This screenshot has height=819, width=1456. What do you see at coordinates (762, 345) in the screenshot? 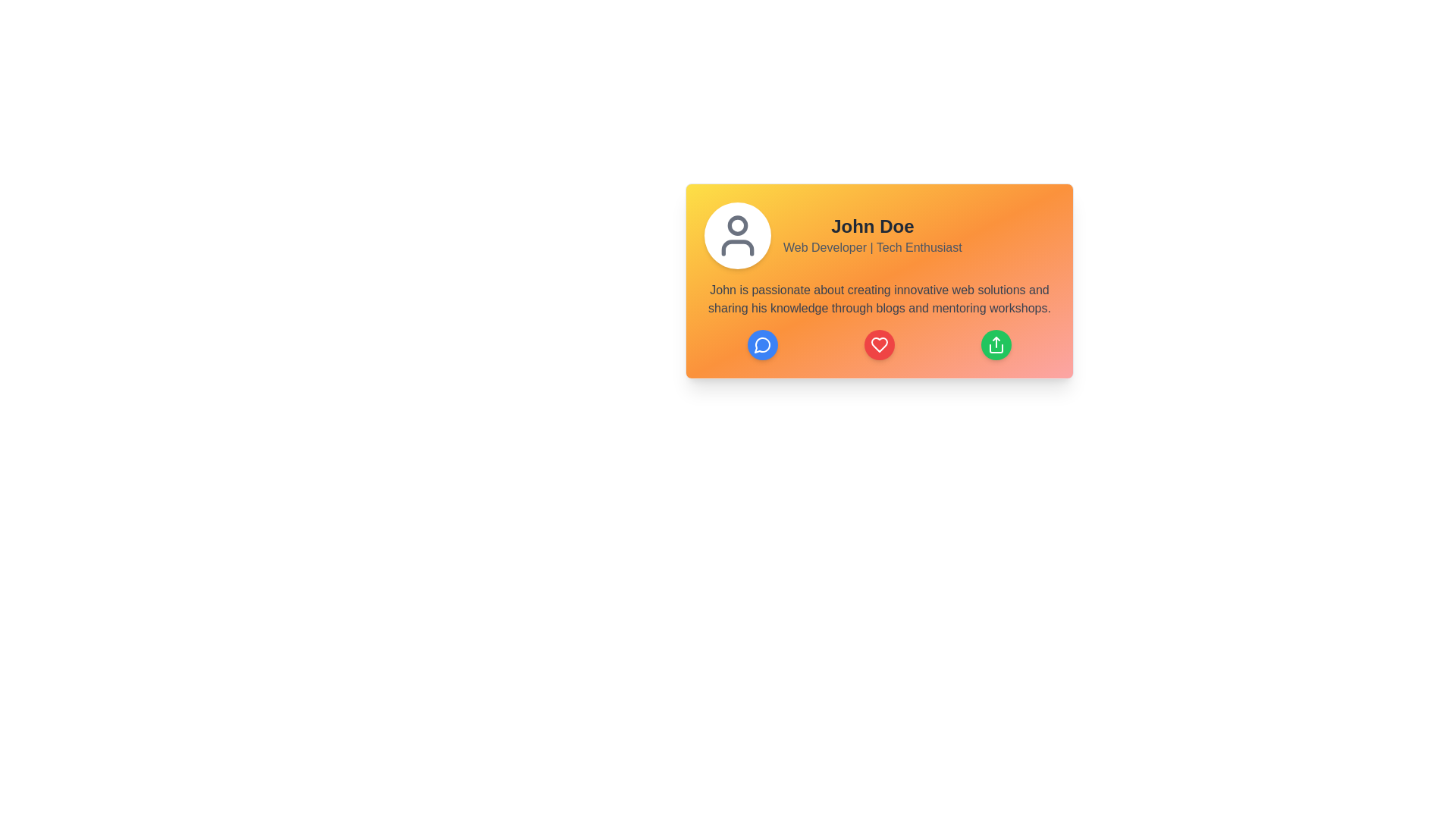
I see `the blue shaded circular icon representing the messaging functionality located in the lower left corner of the user profile card` at bounding box center [762, 345].